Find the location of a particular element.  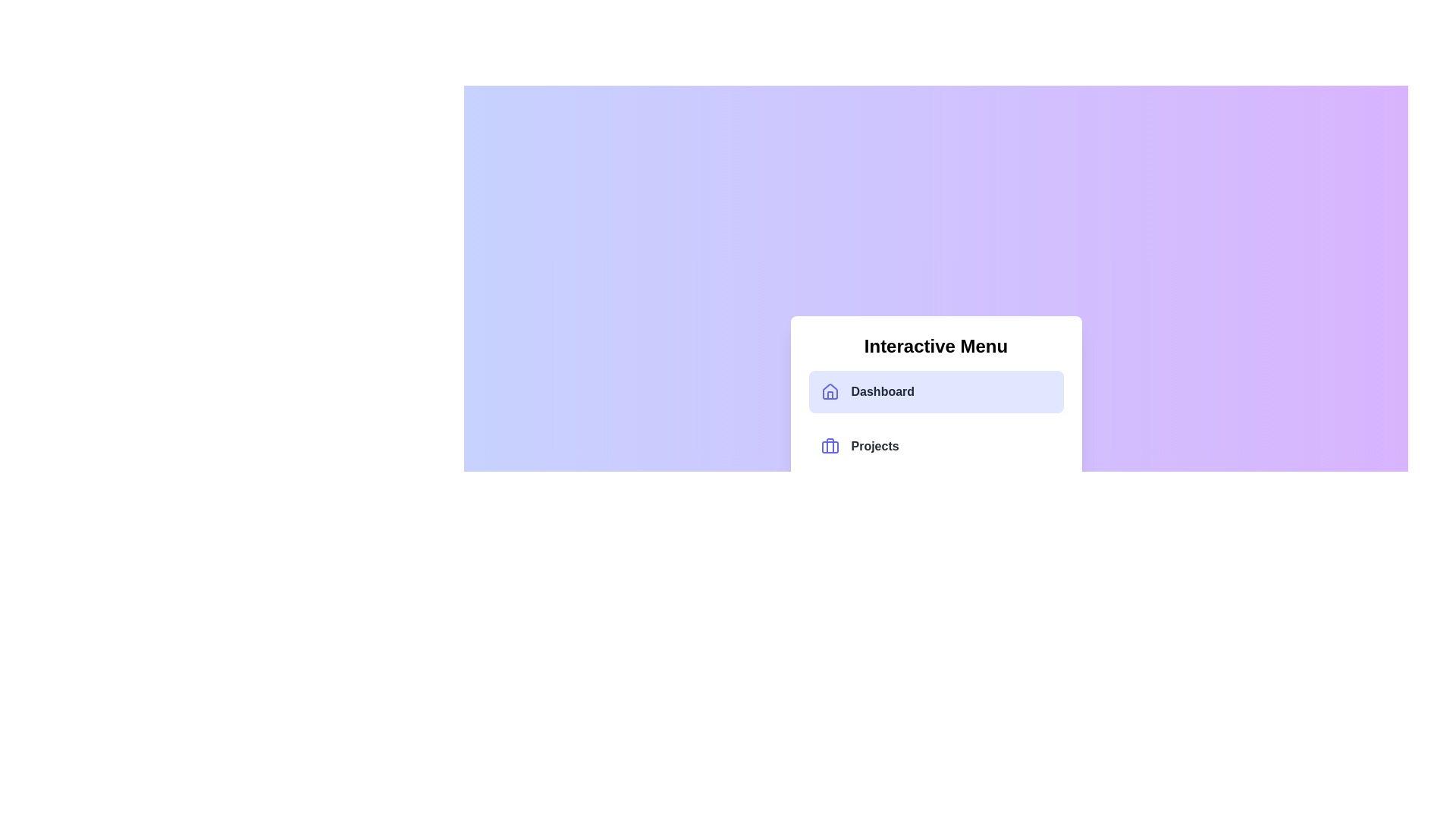

the menu item corresponding to Dashboard is located at coordinates (935, 391).